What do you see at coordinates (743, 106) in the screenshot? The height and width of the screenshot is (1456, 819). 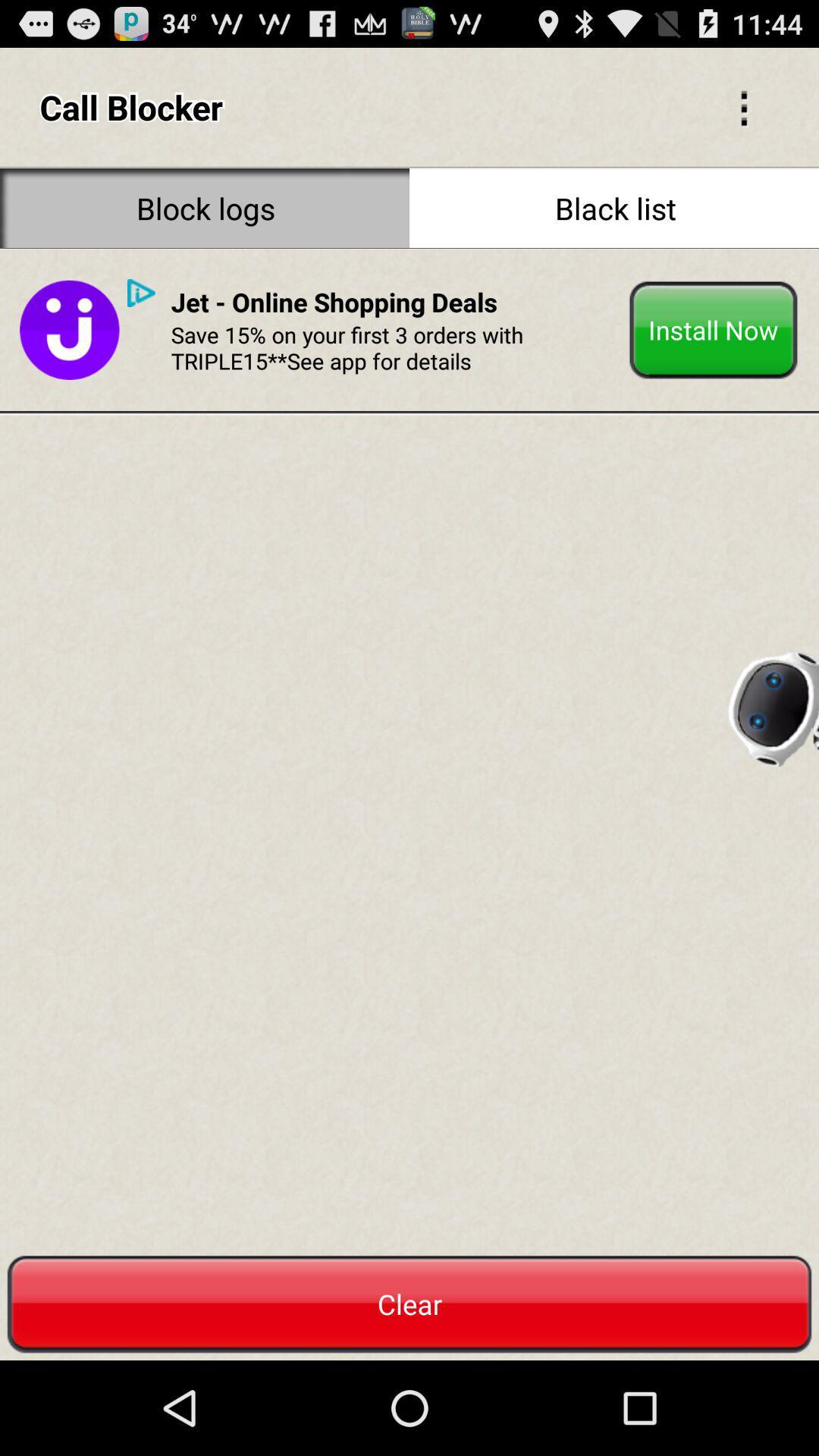 I see `drop down list giving options about call blocker` at bounding box center [743, 106].